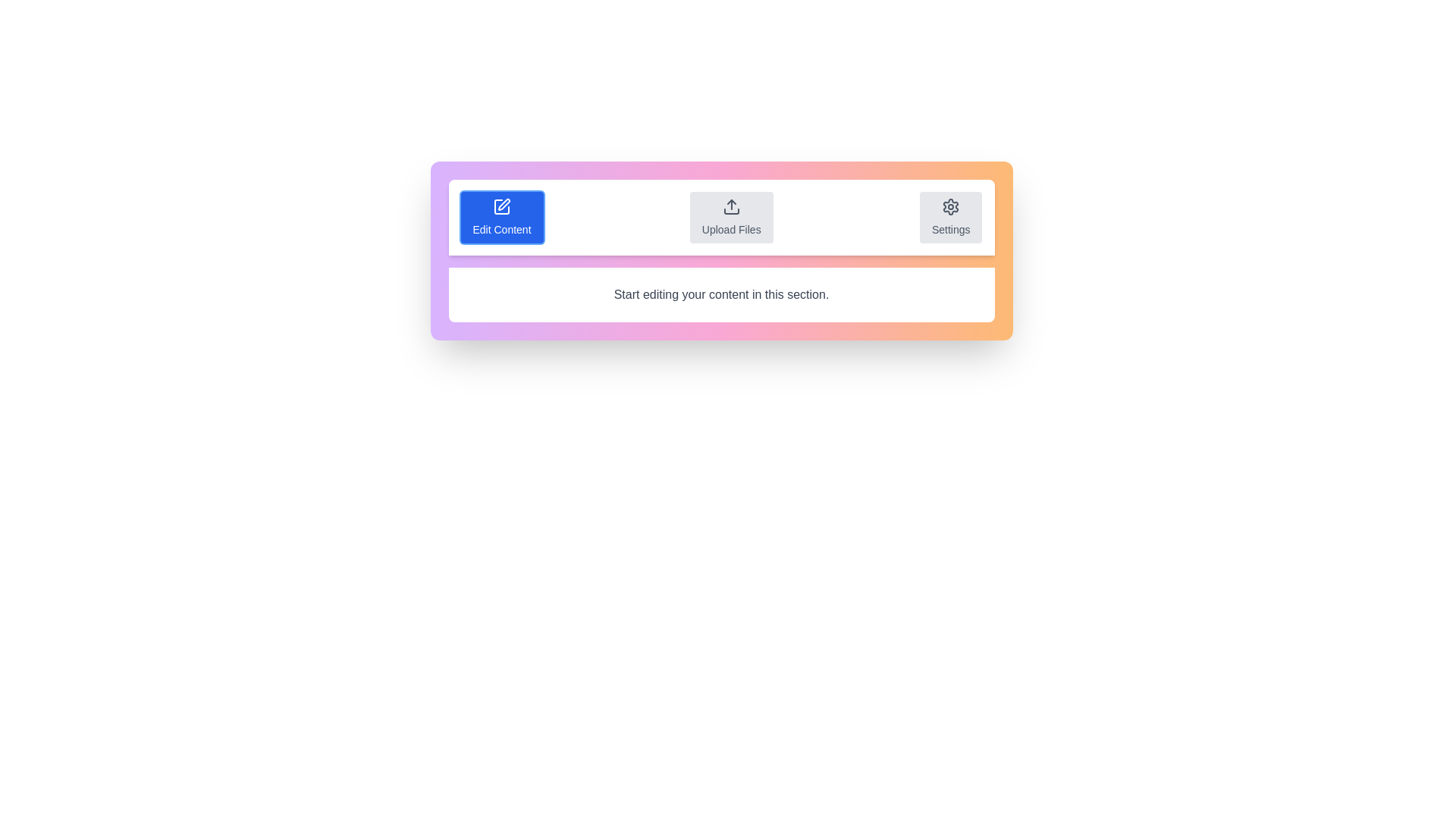  I want to click on the 'Upload Files' button, which is a rectangular button with a light gray background, rounded corners, and contains an upward arrow icon above the text label 'Upload Files'. This button is the second in a series of three horizontally aligned buttons, positioned to the right of the 'Edit Content' button and to the left of the 'Settings' button, so click(731, 217).